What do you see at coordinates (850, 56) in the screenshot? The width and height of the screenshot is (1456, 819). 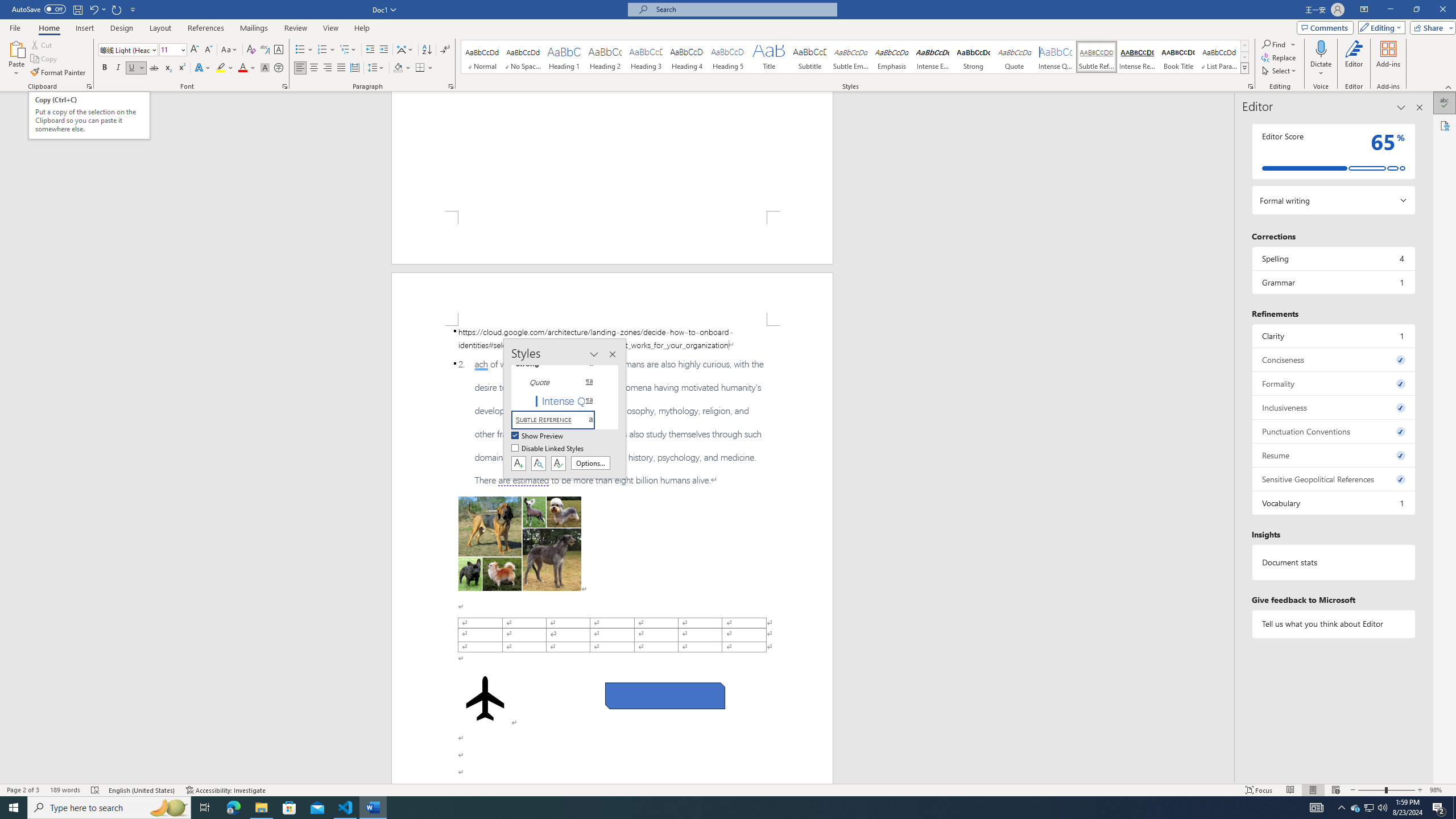 I see `'Subtle Emphasis'` at bounding box center [850, 56].